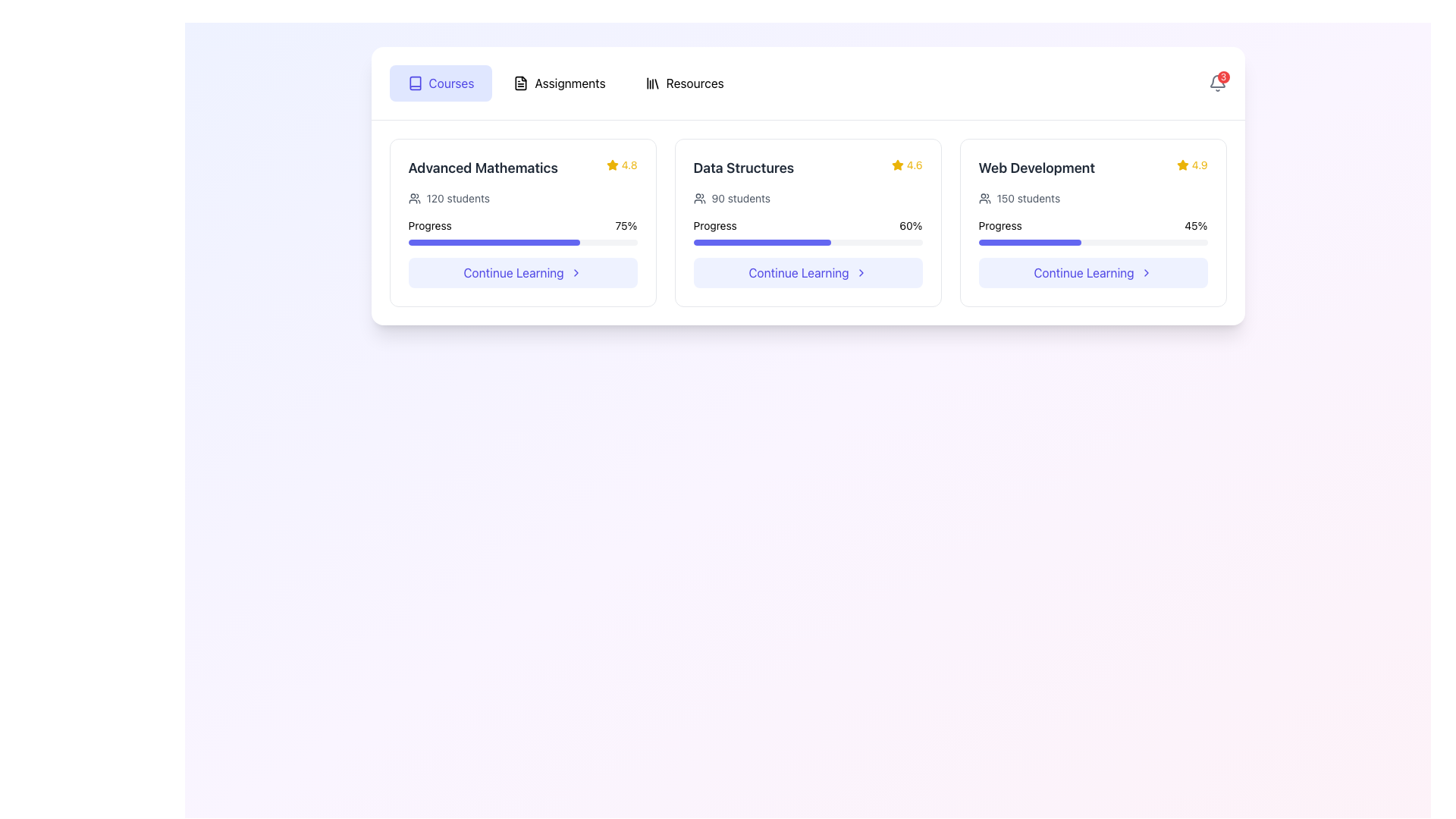 The width and height of the screenshot is (1456, 819). What do you see at coordinates (798, 271) in the screenshot?
I see `the 'Continue Learning' text label displayed in blue font within the button located in the second card titled 'Data Structures'` at bounding box center [798, 271].